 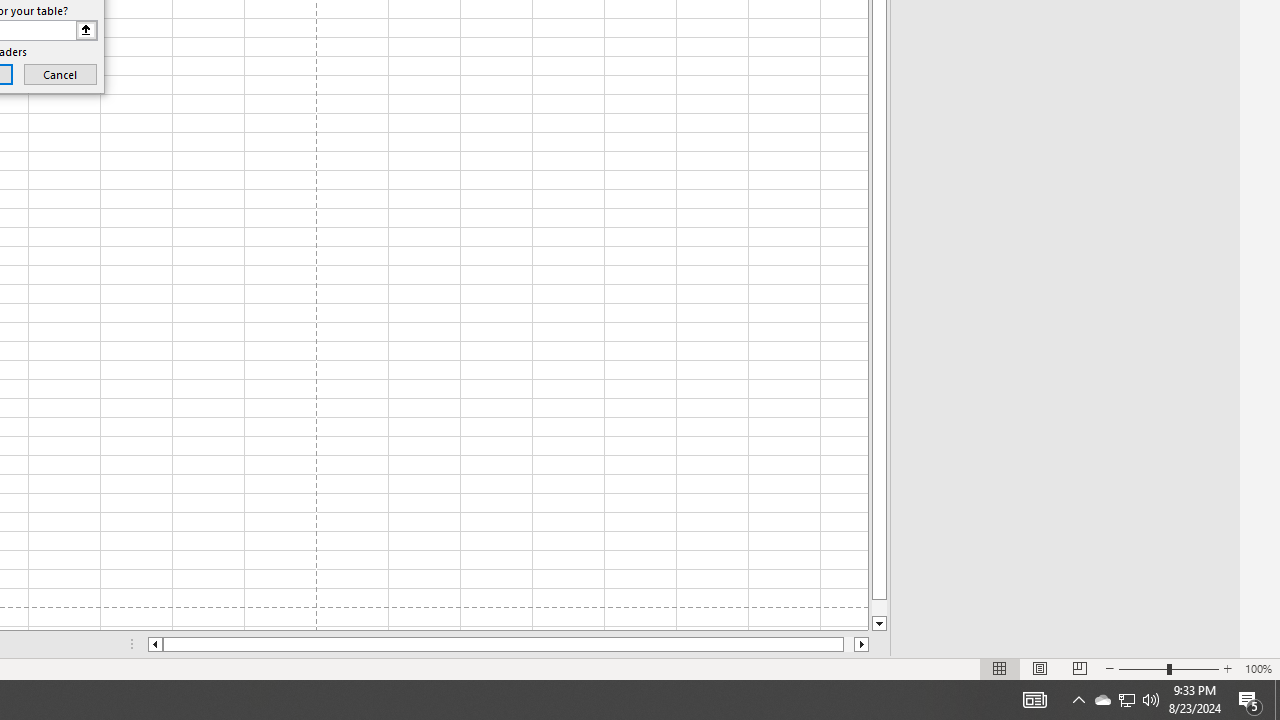 I want to click on 'Zoom', so click(x=1168, y=669).